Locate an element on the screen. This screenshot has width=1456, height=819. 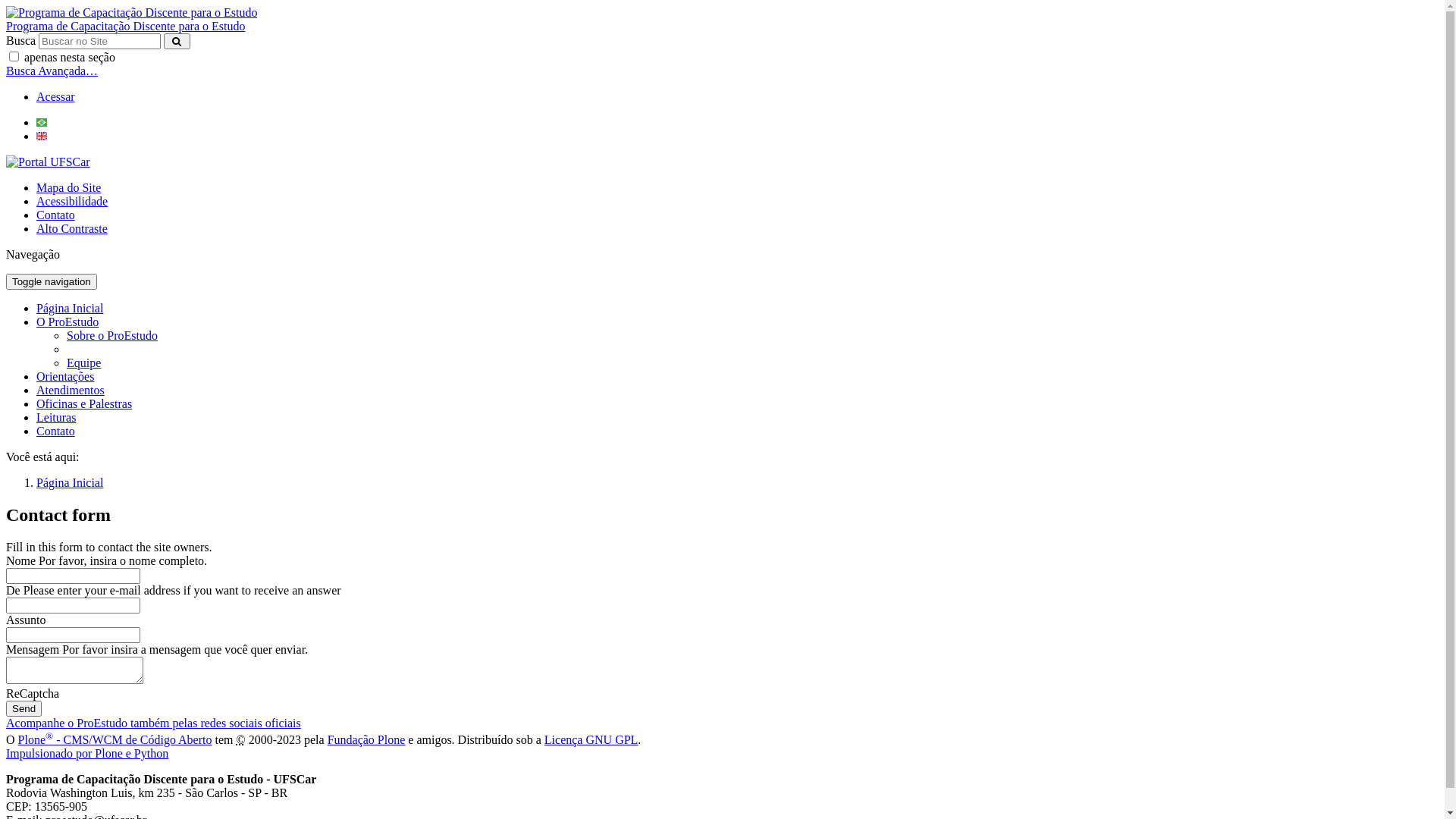
'Oficinas e Palestras' is located at coordinates (36, 403).